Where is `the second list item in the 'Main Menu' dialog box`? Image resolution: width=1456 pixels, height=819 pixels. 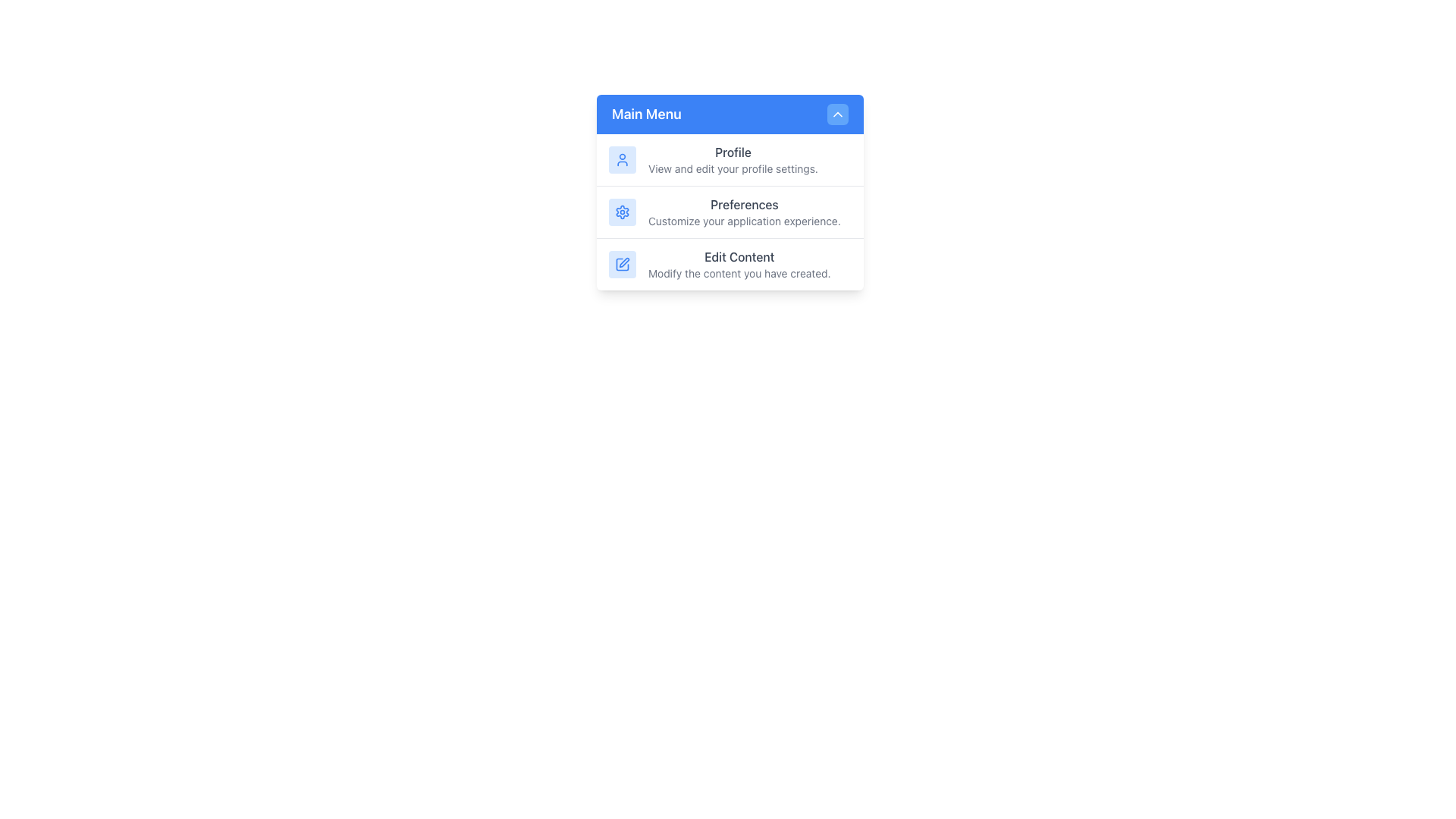 the second list item in the 'Main Menu' dialog box is located at coordinates (730, 212).